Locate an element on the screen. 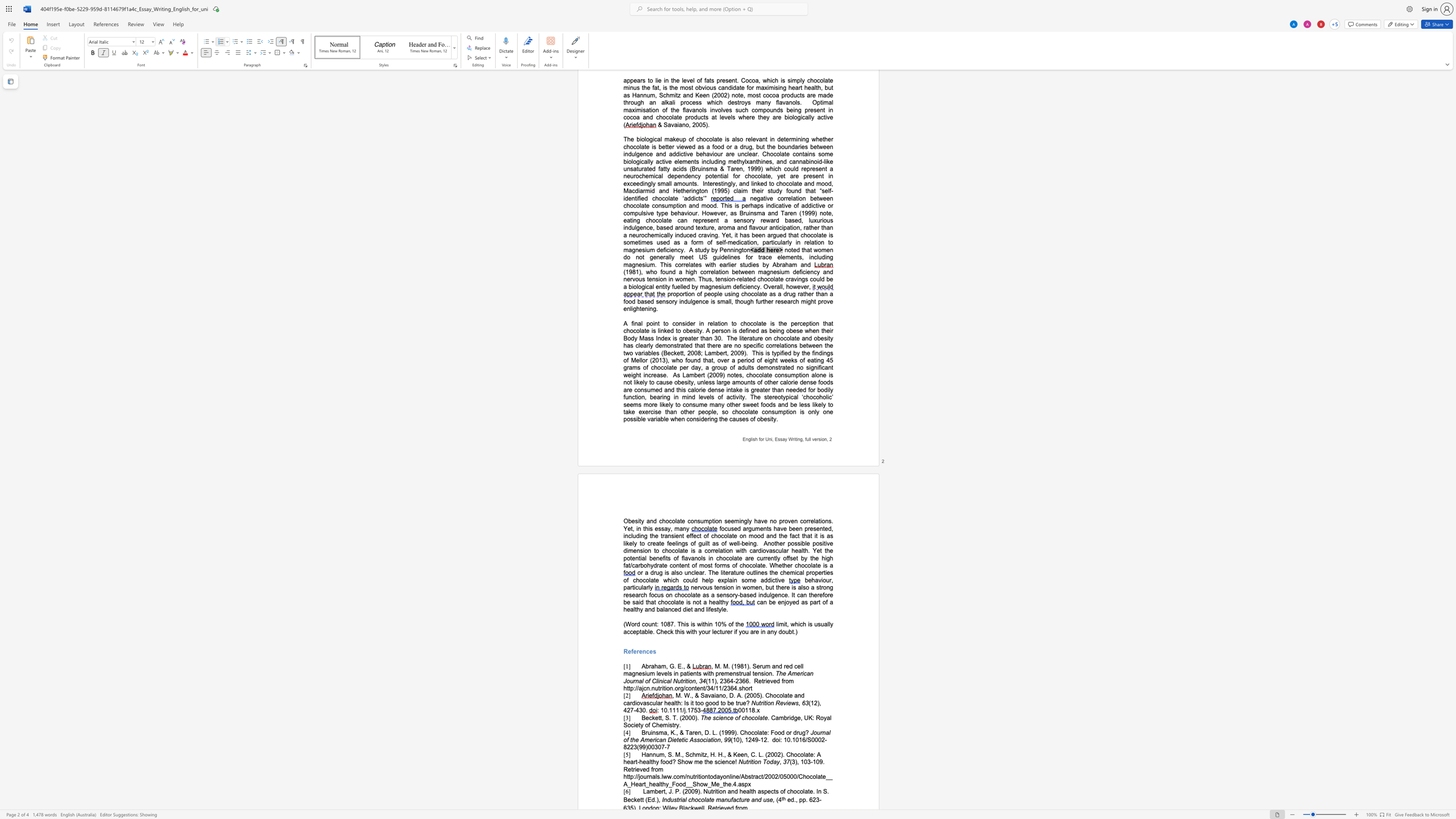  the space between the continuous character "o" and "l" in the text is located at coordinates (703, 800).